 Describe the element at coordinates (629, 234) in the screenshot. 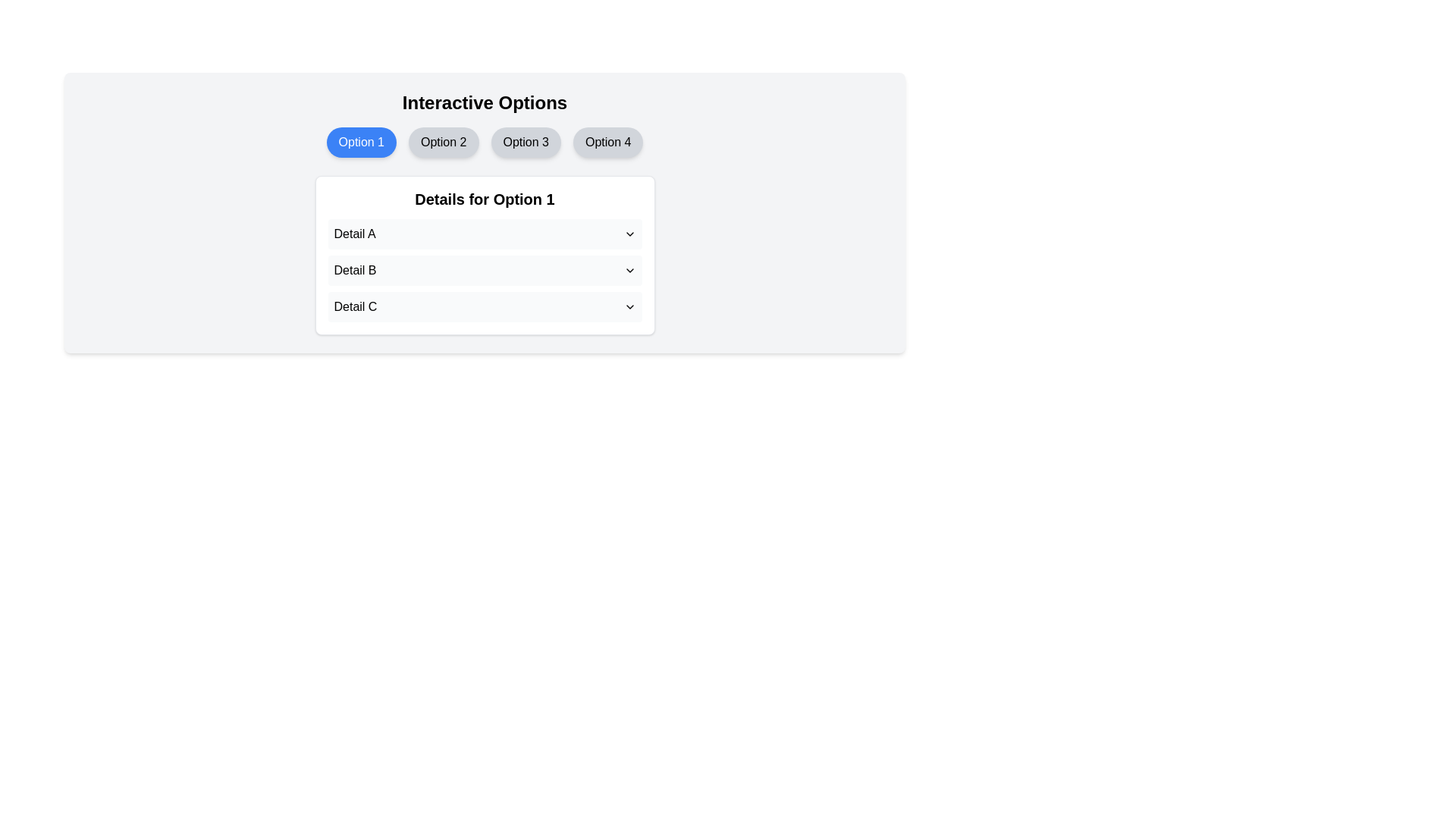

I see `the chevron icon indicating a dropdown menu in the 'Detail A' section of the 'Details for Option 1' panel to trigger hover-related effects` at that location.